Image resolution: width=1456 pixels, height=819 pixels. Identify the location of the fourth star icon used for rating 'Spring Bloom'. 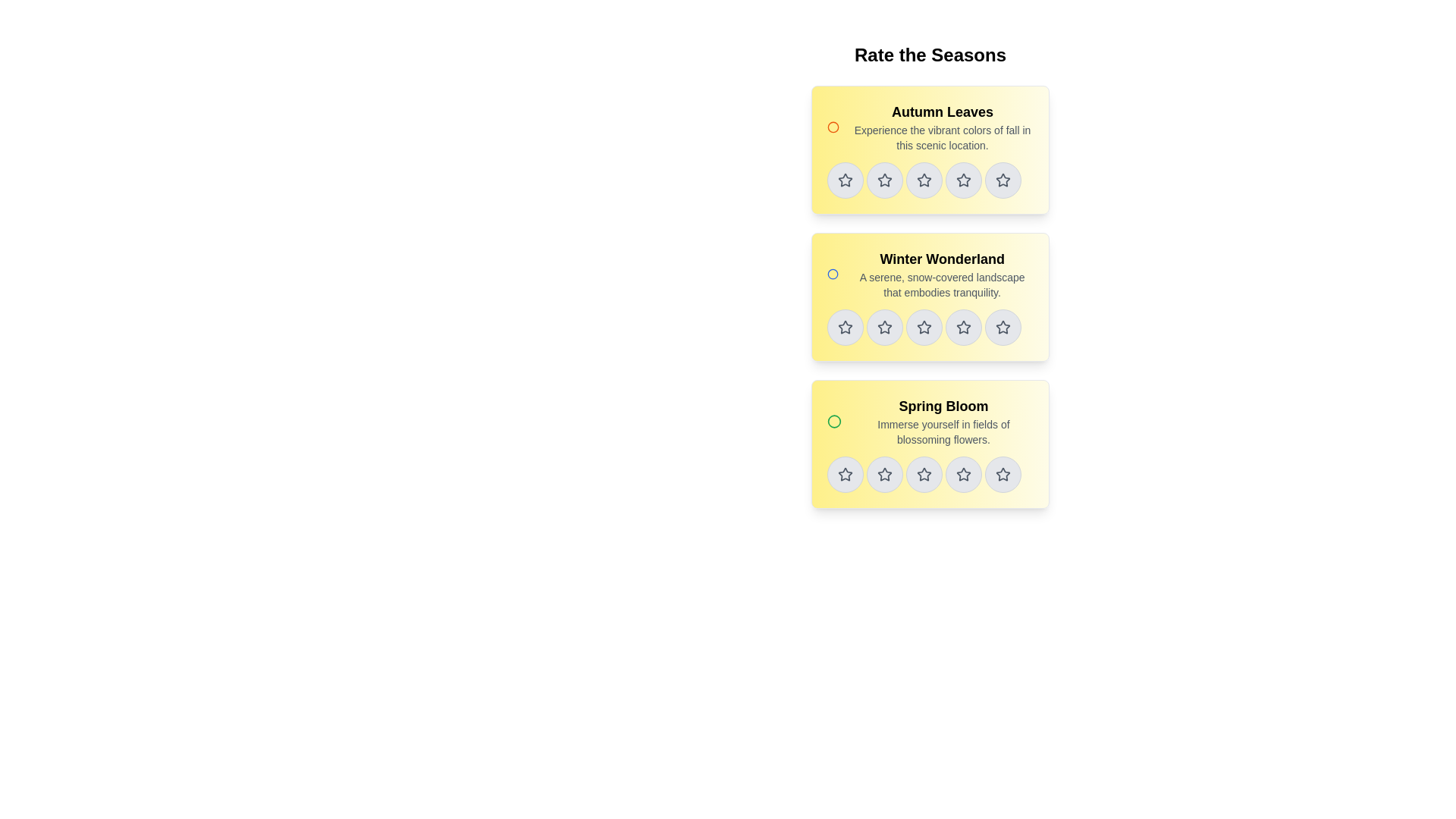
(884, 472).